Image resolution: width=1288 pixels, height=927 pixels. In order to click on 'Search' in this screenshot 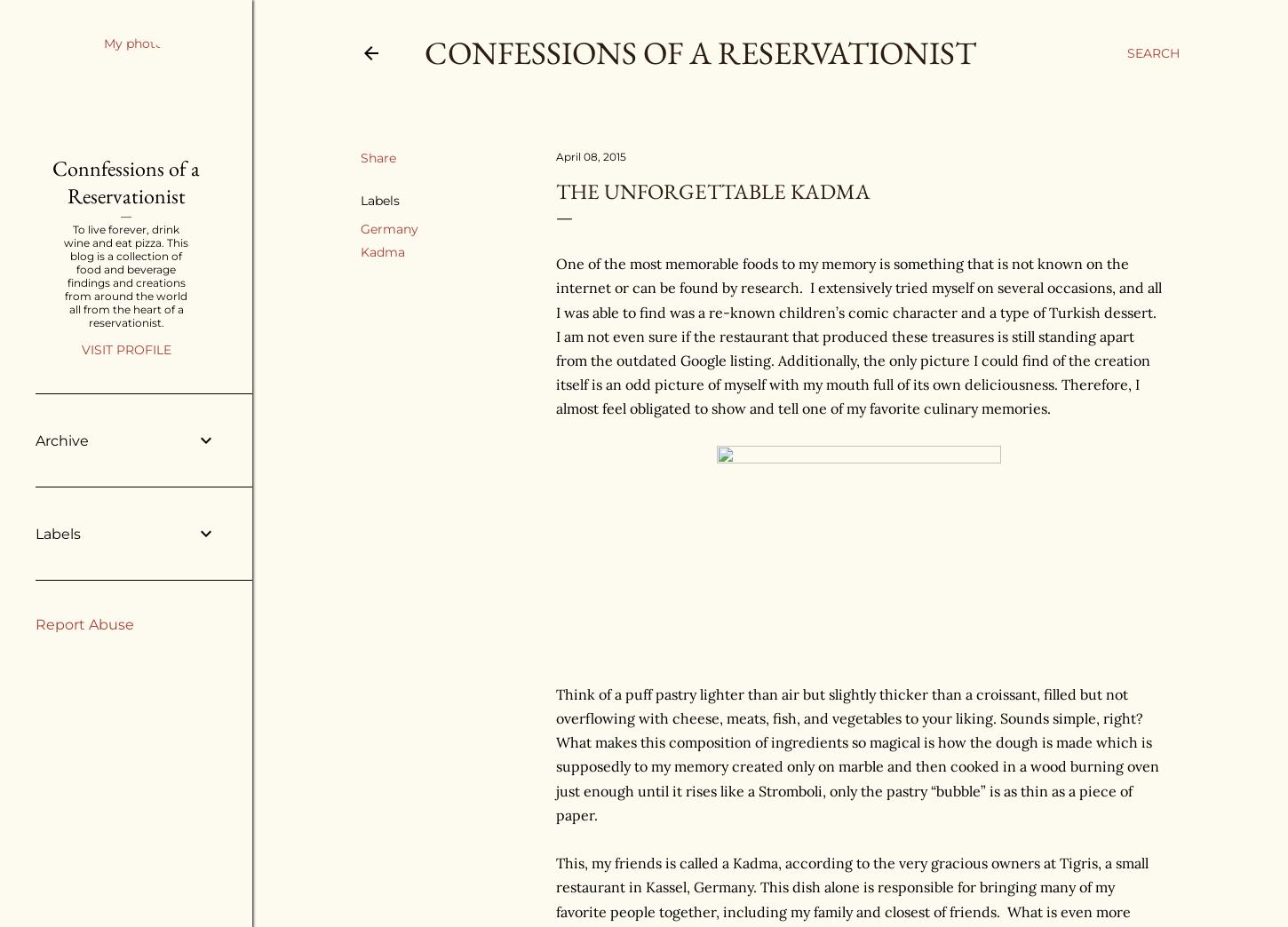, I will do `click(1153, 52)`.